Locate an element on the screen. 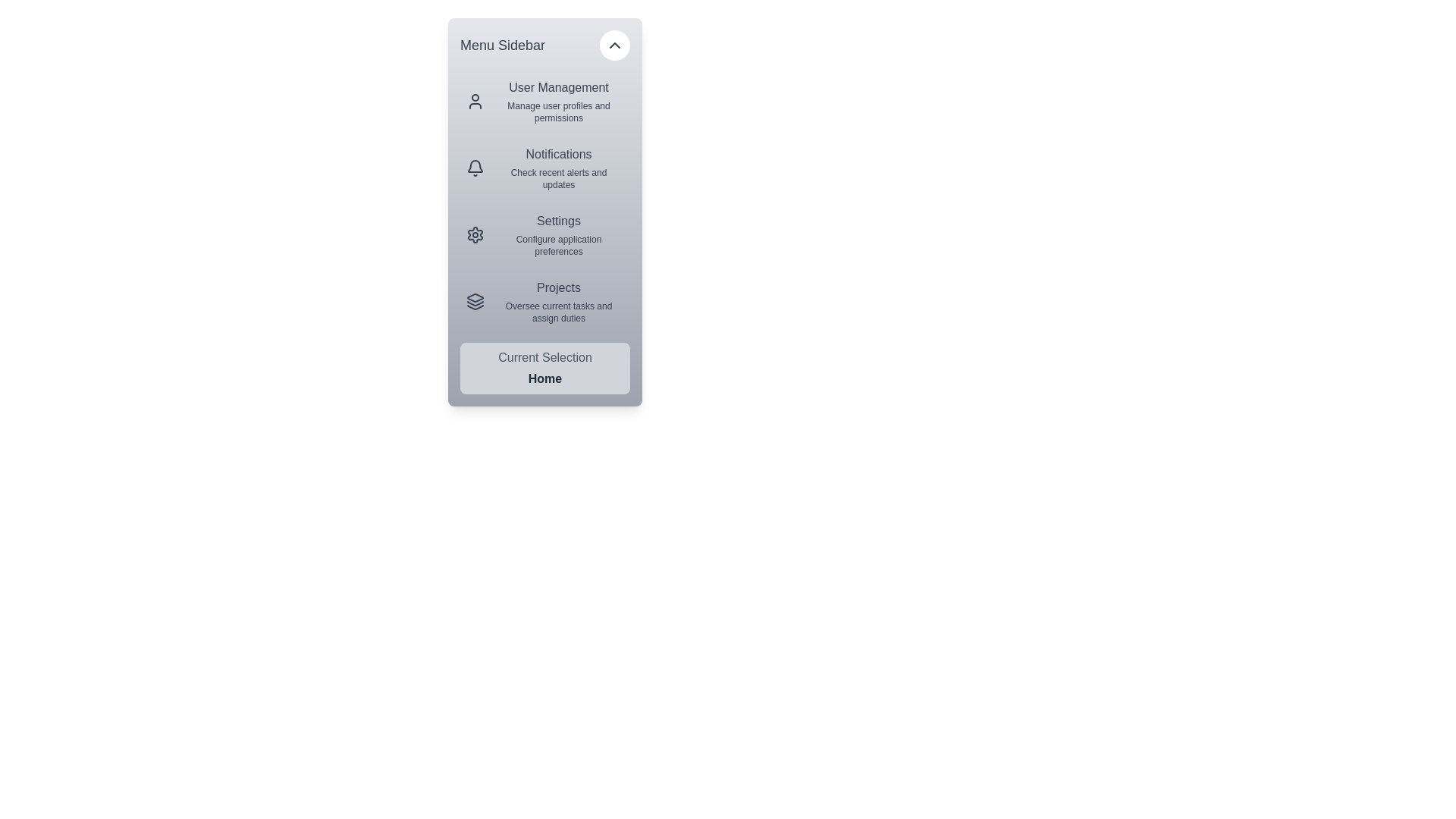  the 'User Management' text label in the sidebar menu, which serves as a descriptive header for the user management section is located at coordinates (558, 87).